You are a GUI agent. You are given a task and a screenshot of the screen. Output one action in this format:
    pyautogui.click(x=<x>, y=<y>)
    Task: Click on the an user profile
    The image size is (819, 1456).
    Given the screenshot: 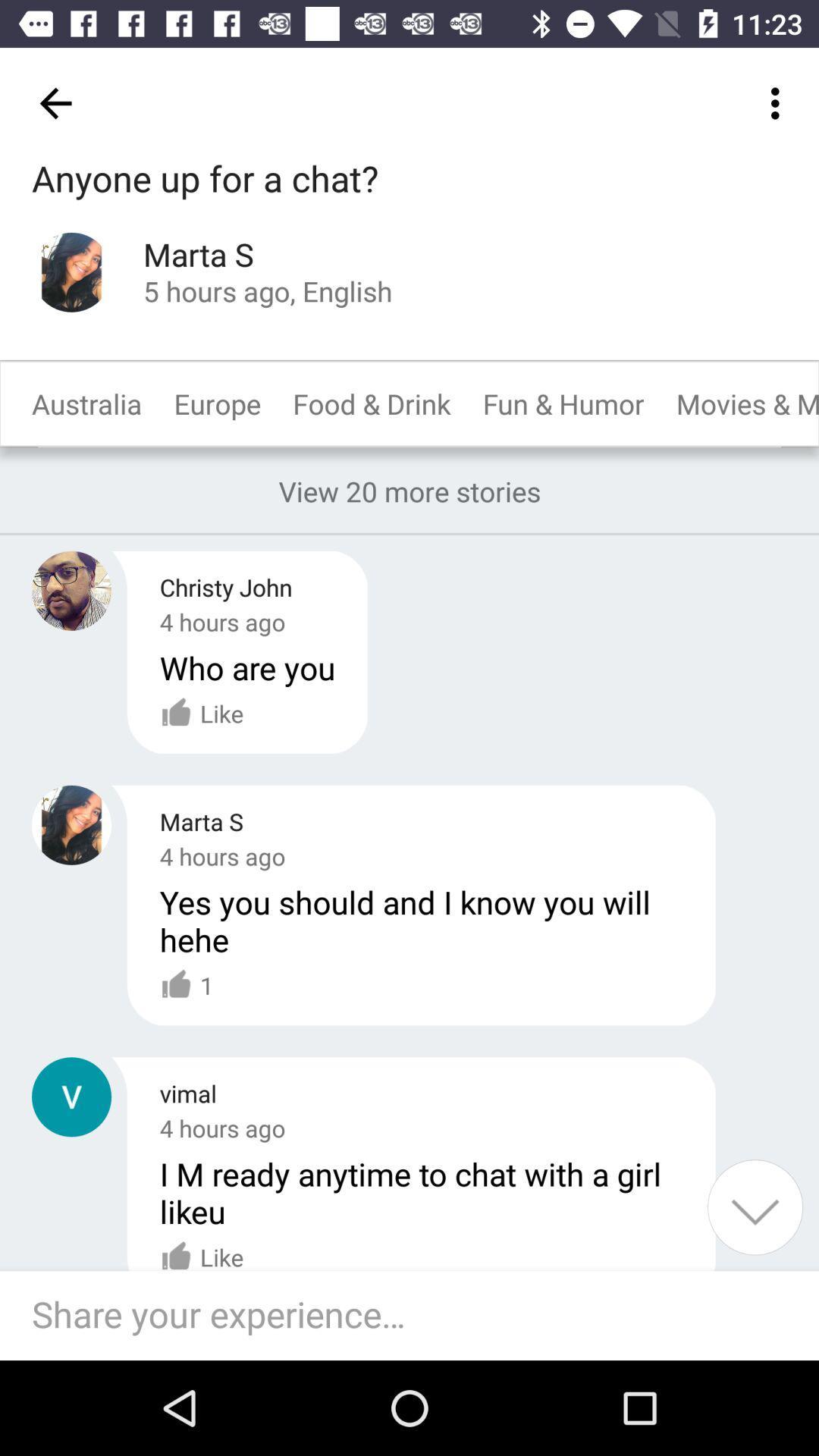 What is the action you would take?
    pyautogui.click(x=71, y=590)
    